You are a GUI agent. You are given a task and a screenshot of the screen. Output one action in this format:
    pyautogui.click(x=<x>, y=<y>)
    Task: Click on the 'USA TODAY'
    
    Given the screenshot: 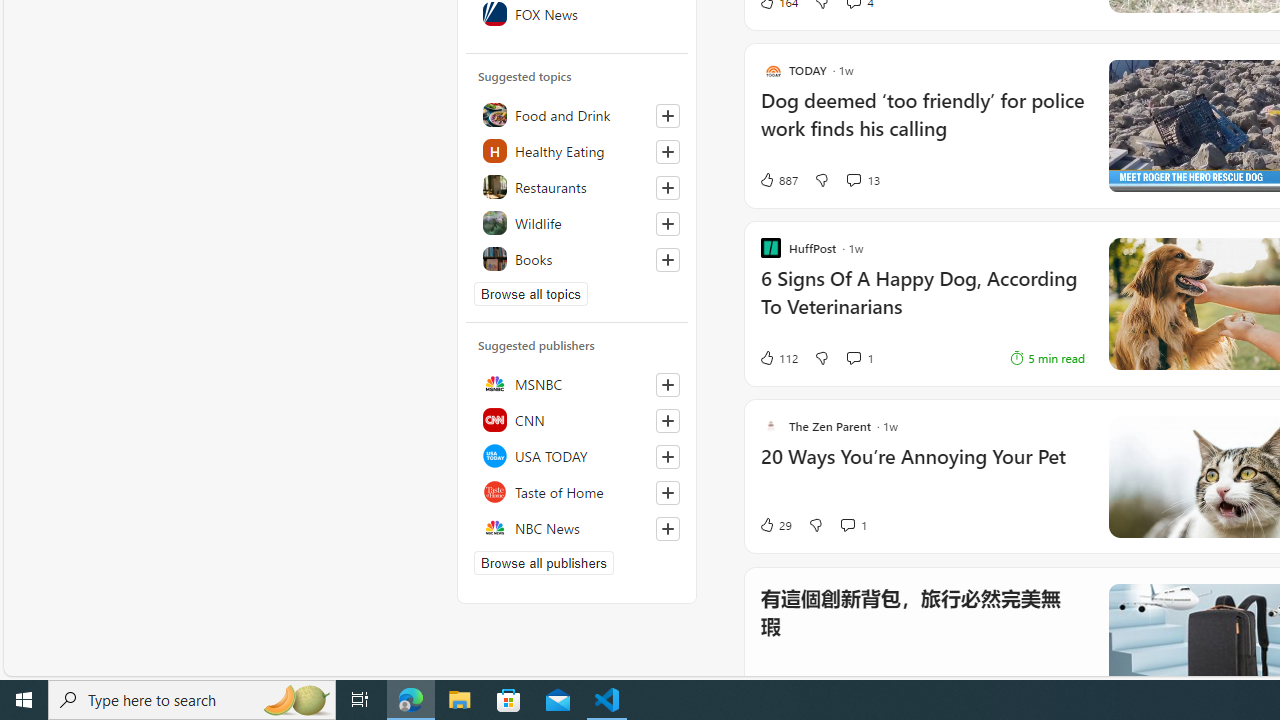 What is the action you would take?
    pyautogui.click(x=576, y=456)
    